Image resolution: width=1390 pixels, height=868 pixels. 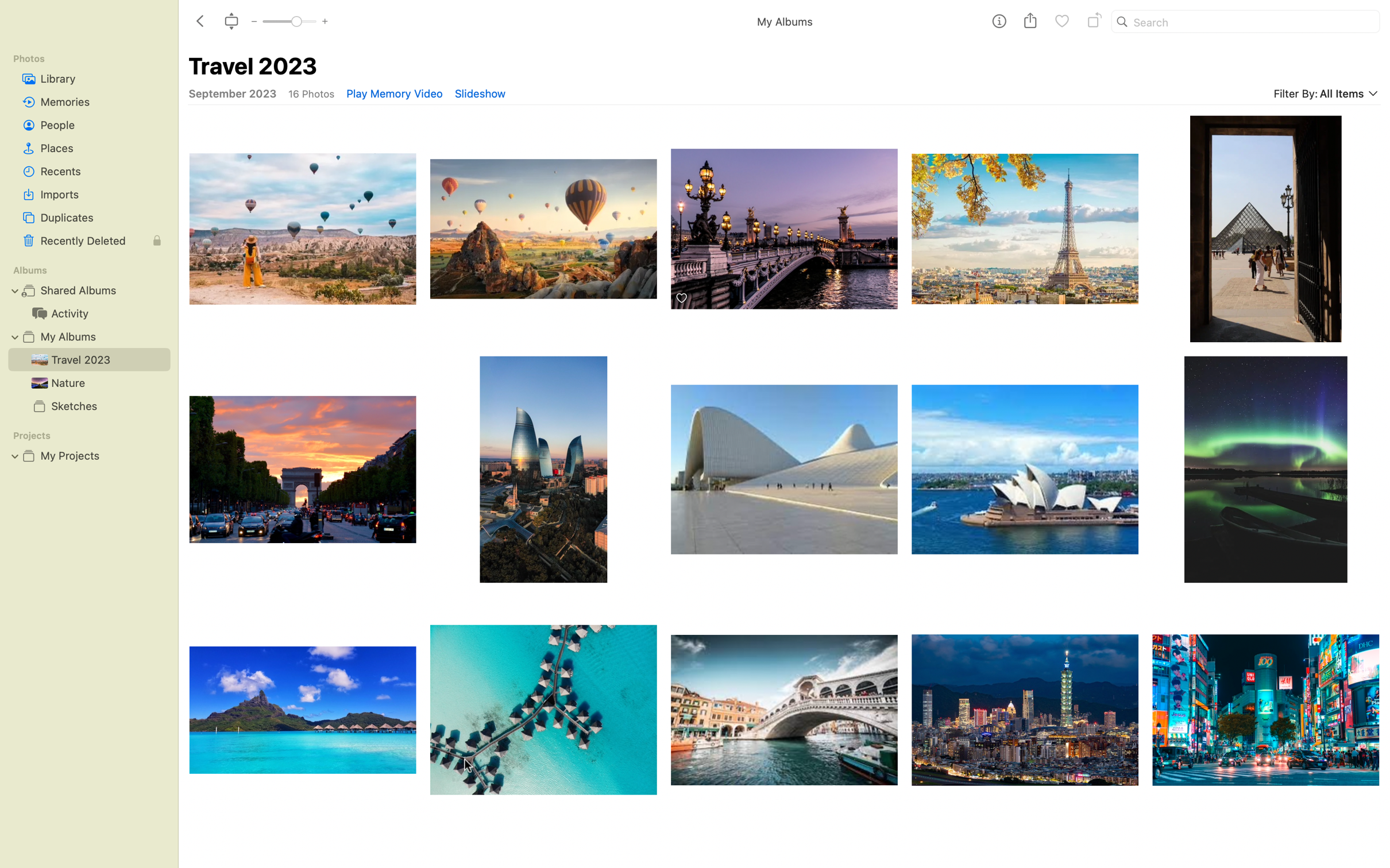 What do you see at coordinates (1025, 468) in the screenshot?
I see `Execute three successive rotations on the Sydney lotus temple image` at bounding box center [1025, 468].